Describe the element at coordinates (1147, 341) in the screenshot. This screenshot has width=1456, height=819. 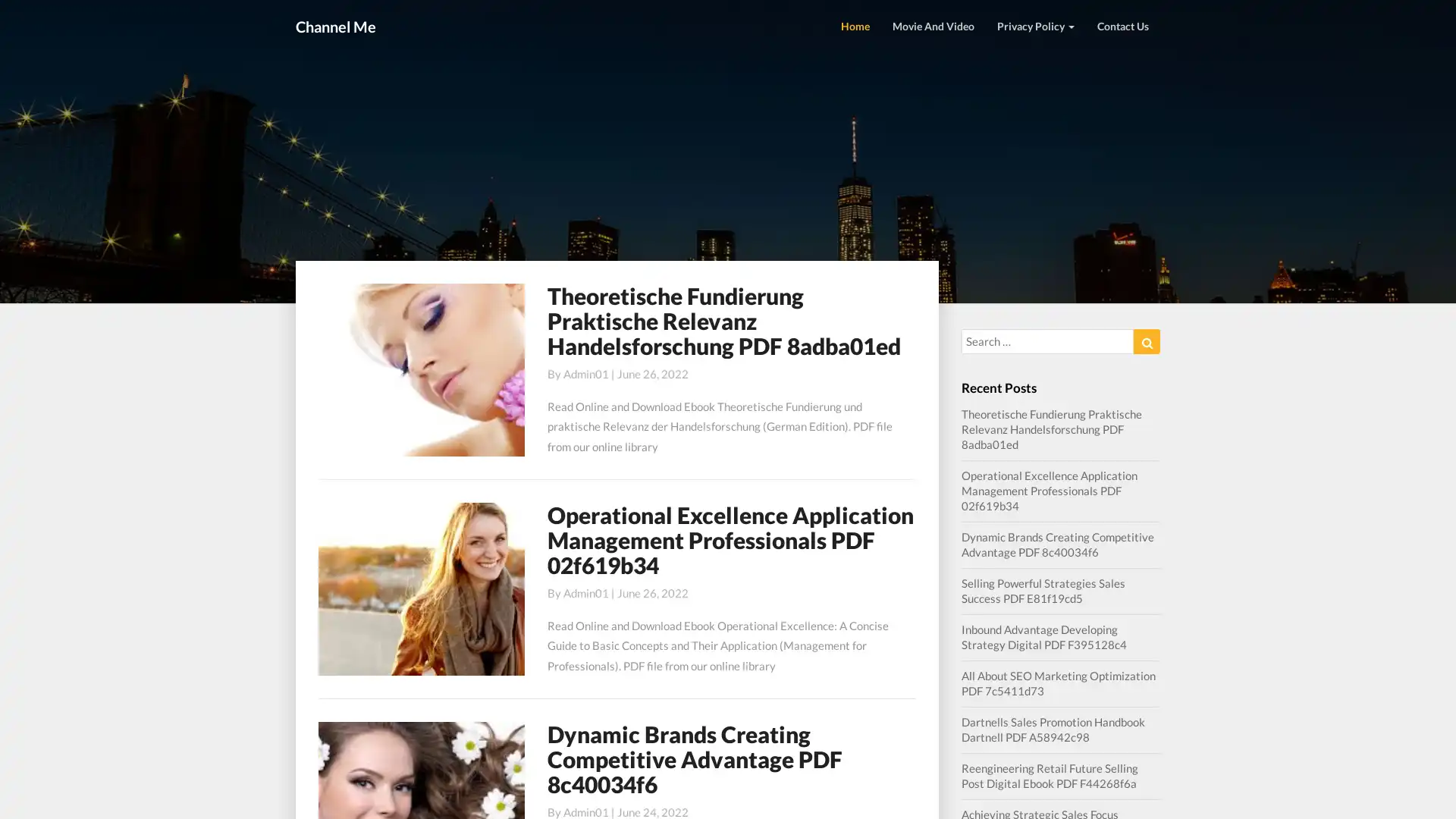
I see `Search` at that location.